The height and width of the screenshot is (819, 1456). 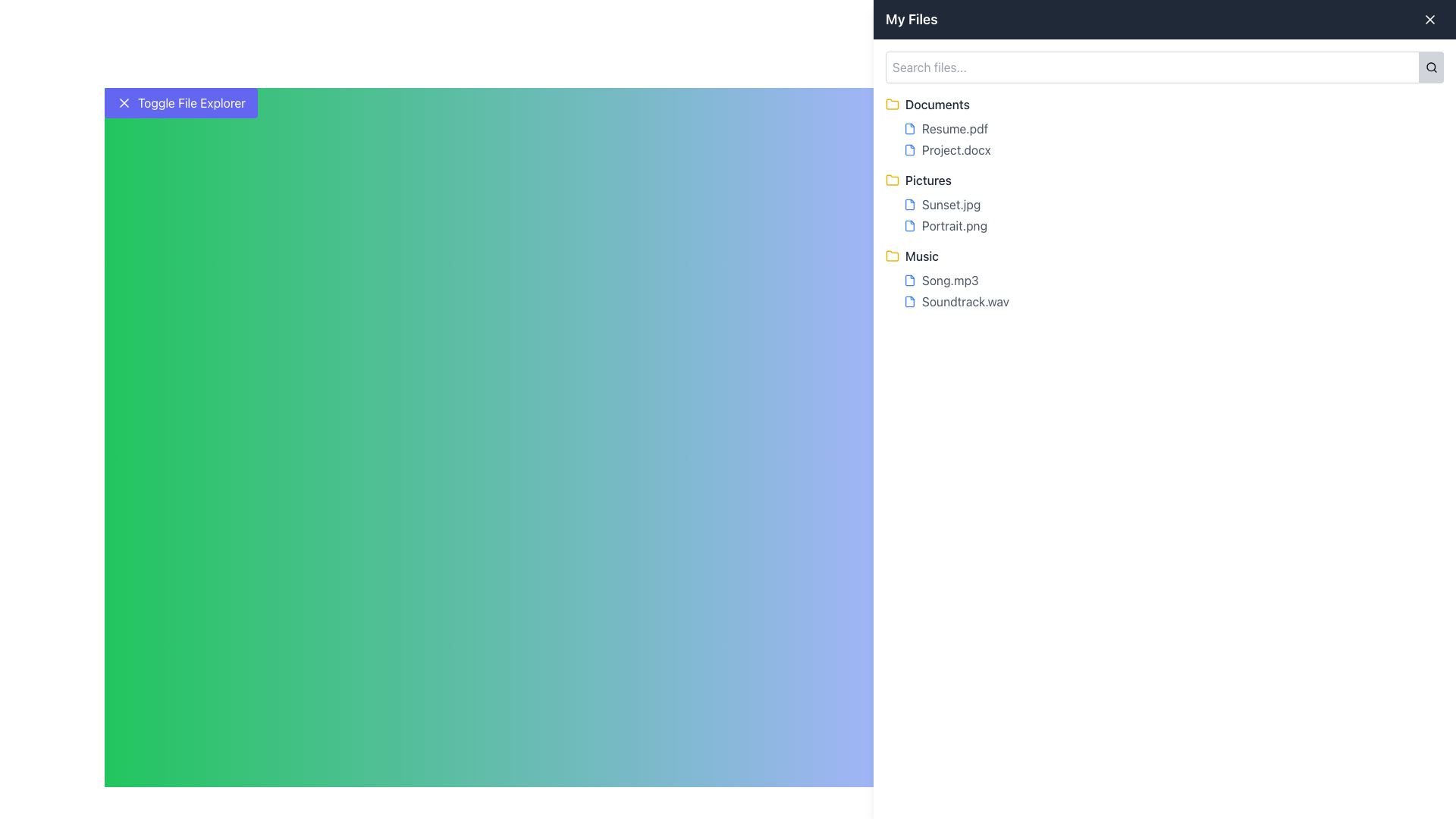 I want to click on the file entry labeled 'Sunset.jpg' in the 'Pictures' folder, so click(x=1173, y=205).